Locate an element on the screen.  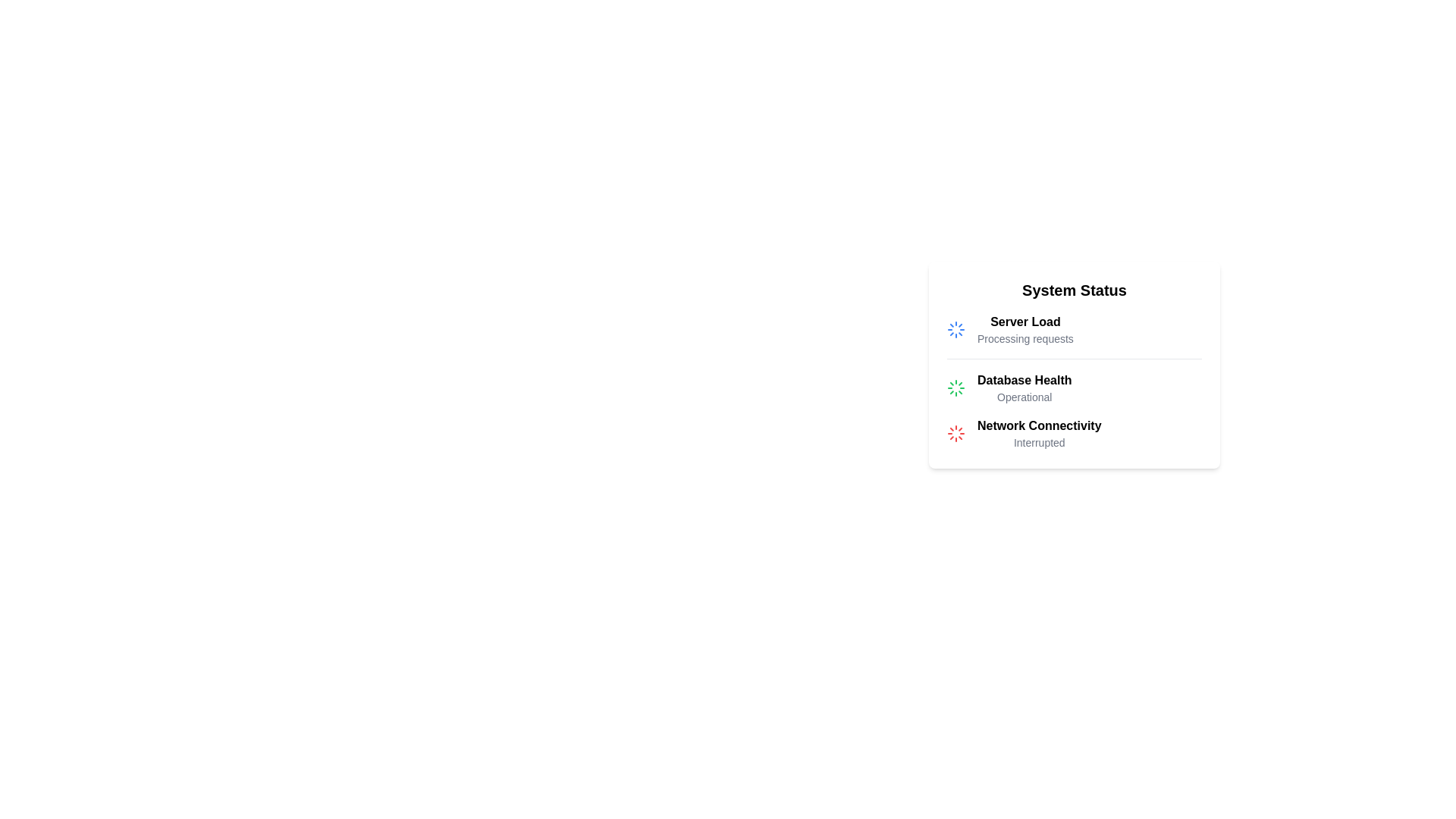
the 'Network Connectivity' text label which is displayed in bold styling and indicates system status, positioned above the 'Interrupted' status description is located at coordinates (1038, 426).